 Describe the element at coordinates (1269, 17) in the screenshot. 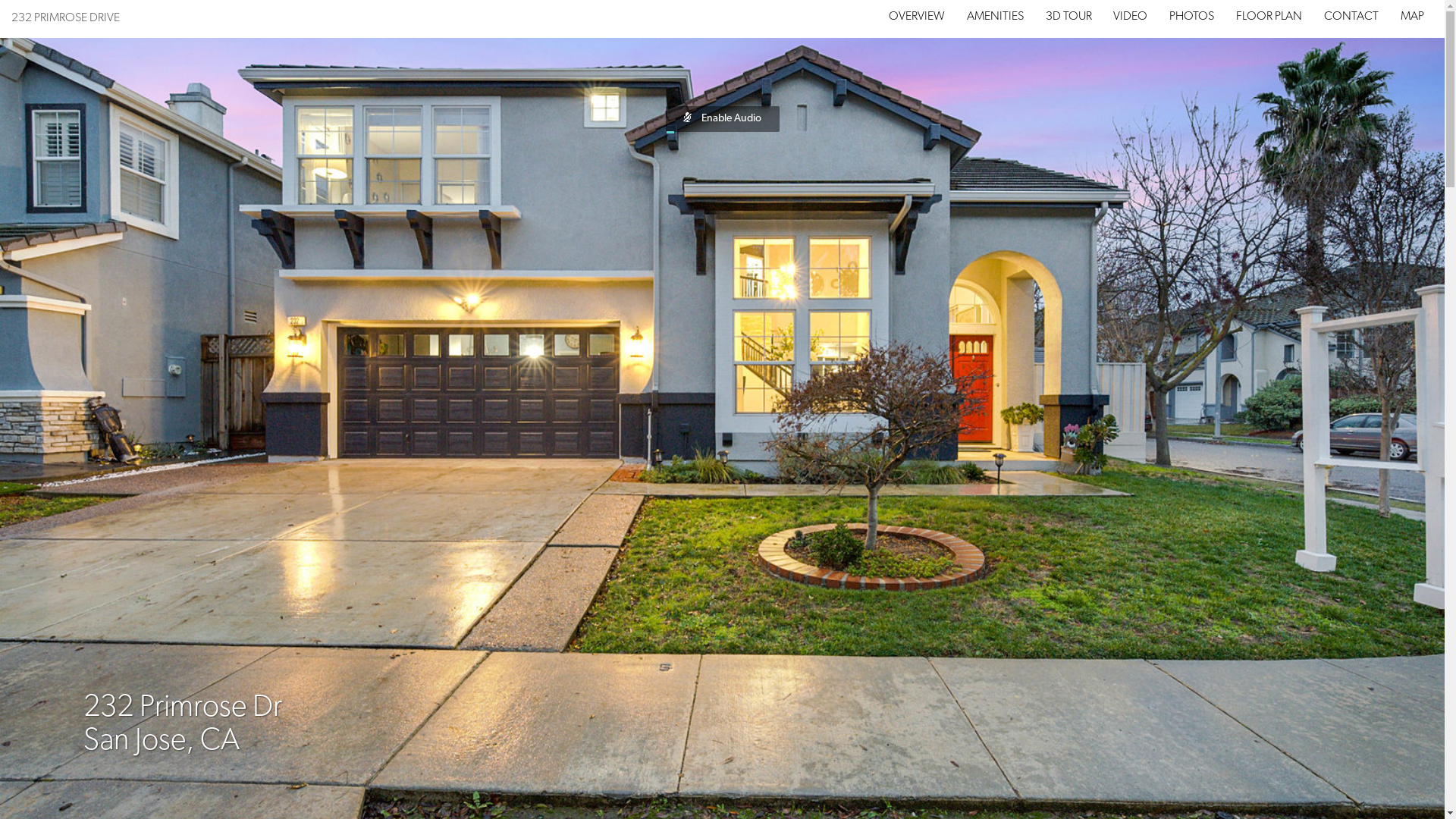

I see `'FLOOR PLAN'` at that location.